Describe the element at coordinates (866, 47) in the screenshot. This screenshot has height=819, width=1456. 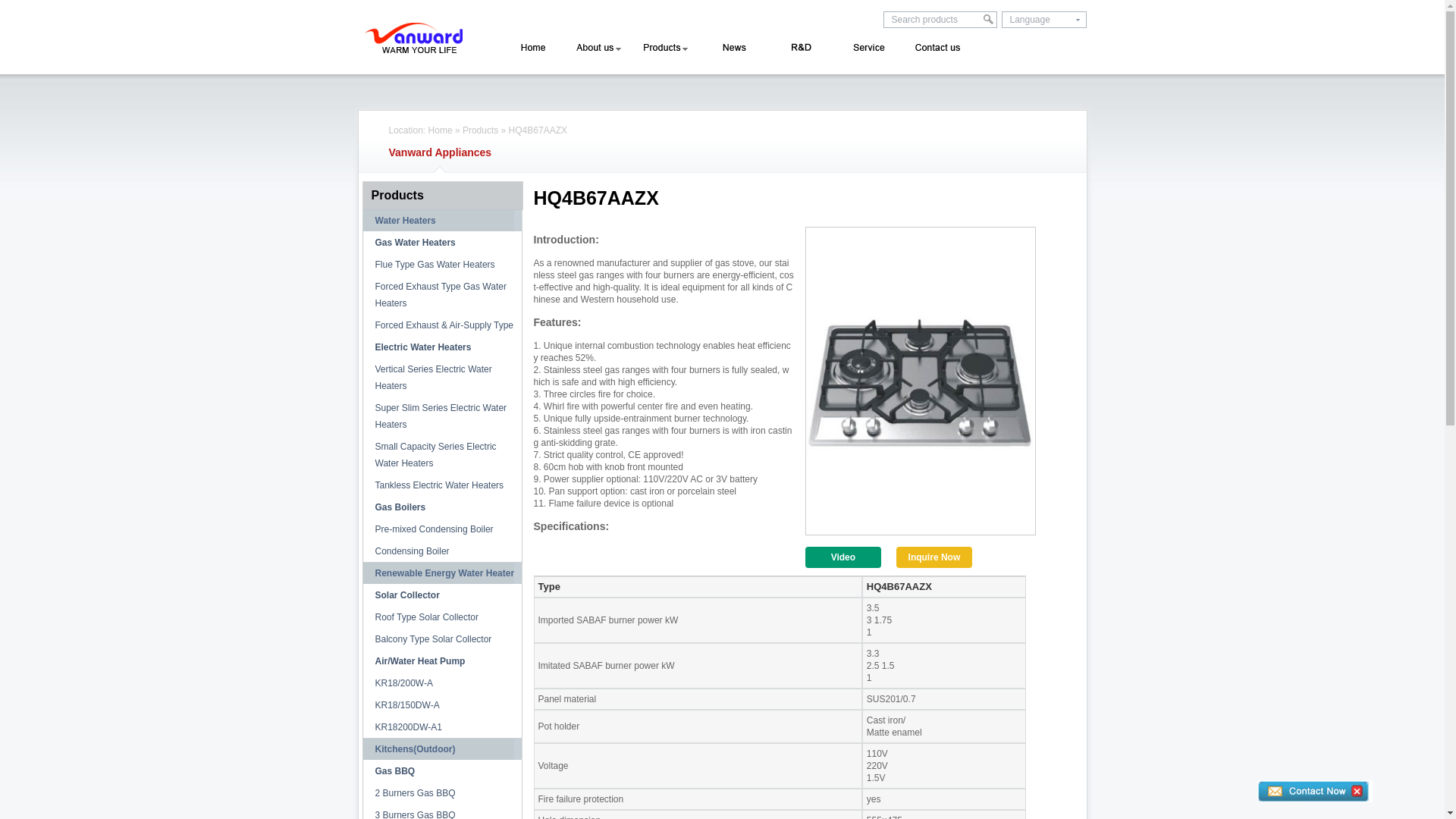
I see `'Service'` at that location.